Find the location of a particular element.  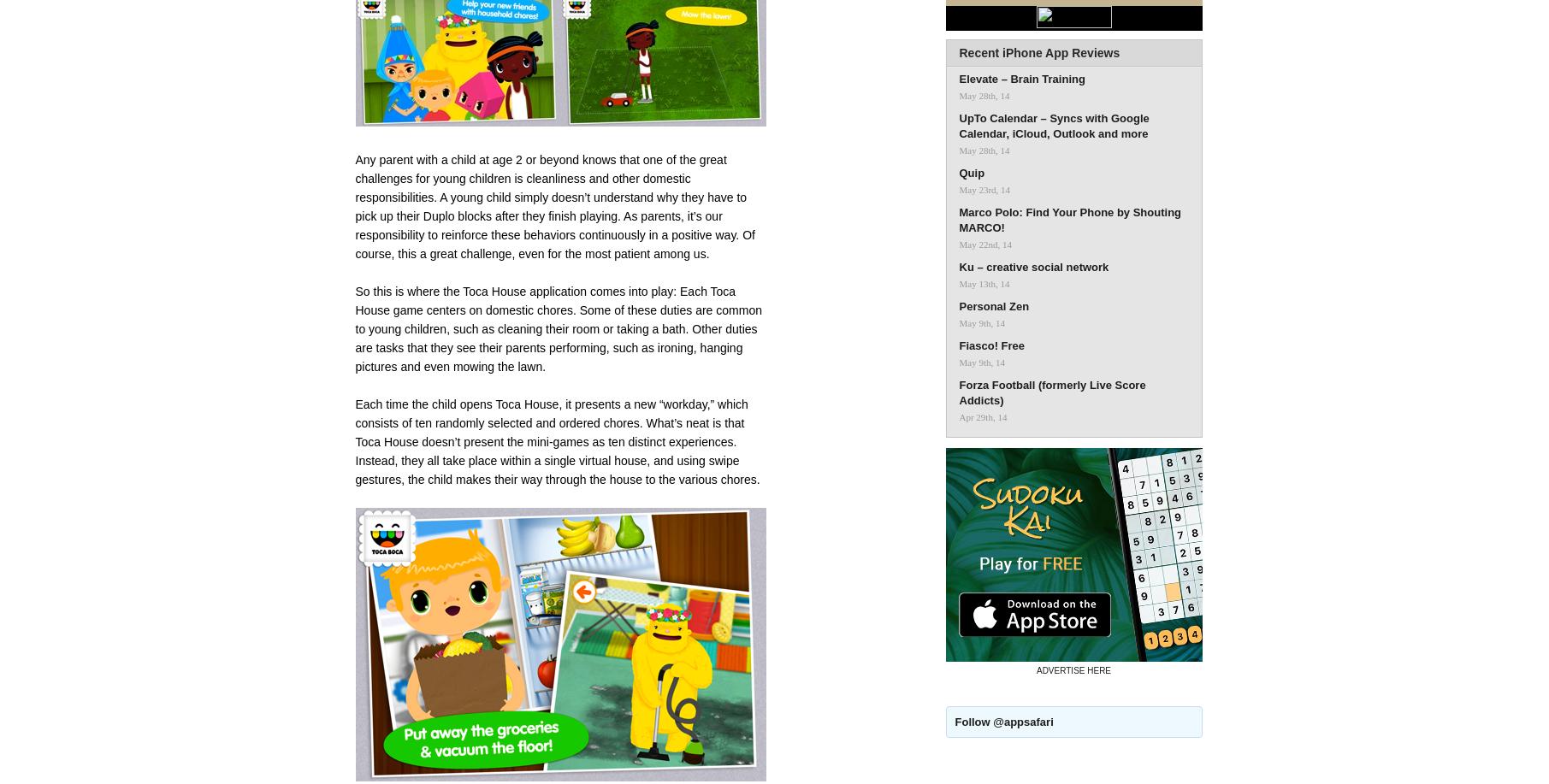

'Any parent with a child at age 2 or beyond knows that one of the great challenges for young children is cleanliness and other domestic responsibilities. A young child simply doesn’t understand why they have to pick up their Duplo blocks after they finish playing. As parents, it’s our responsibility to reinforce these behaviors continuously in a positive way. Of course, this a great challenge, even for the most patient among us.' is located at coordinates (554, 205).